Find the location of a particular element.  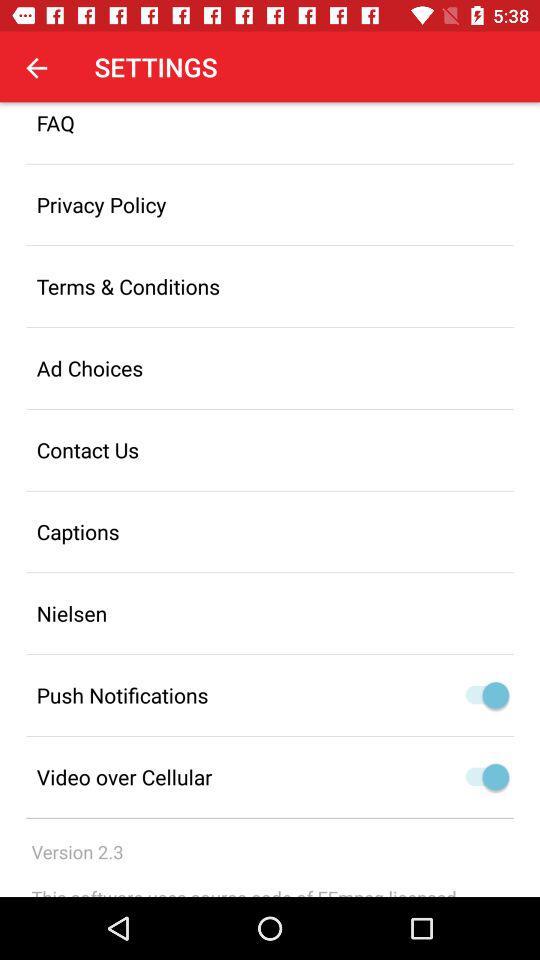

privacy policy item is located at coordinates (270, 204).